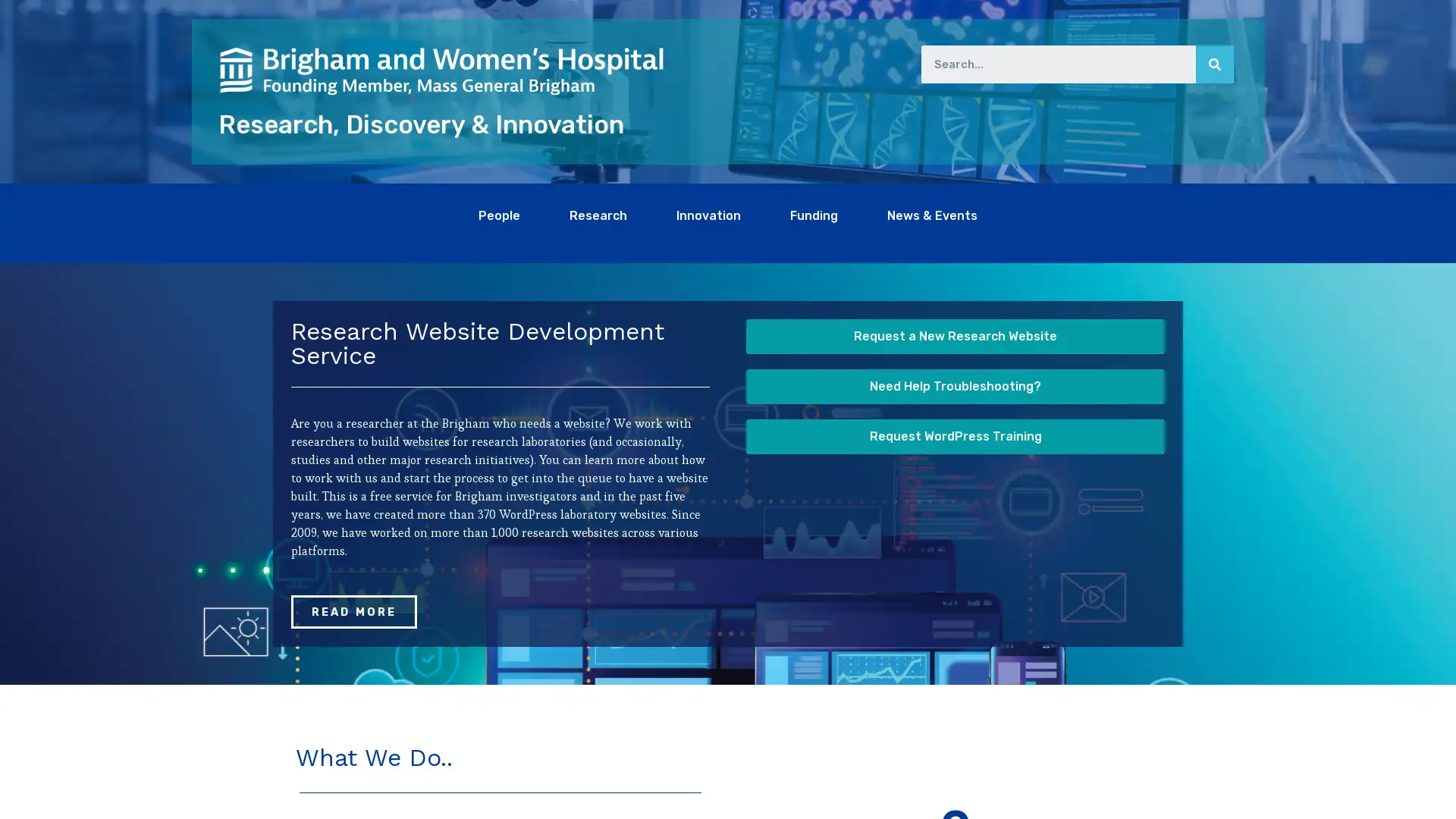 This screenshot has width=1456, height=819. I want to click on Request a New Research Website, so click(954, 335).